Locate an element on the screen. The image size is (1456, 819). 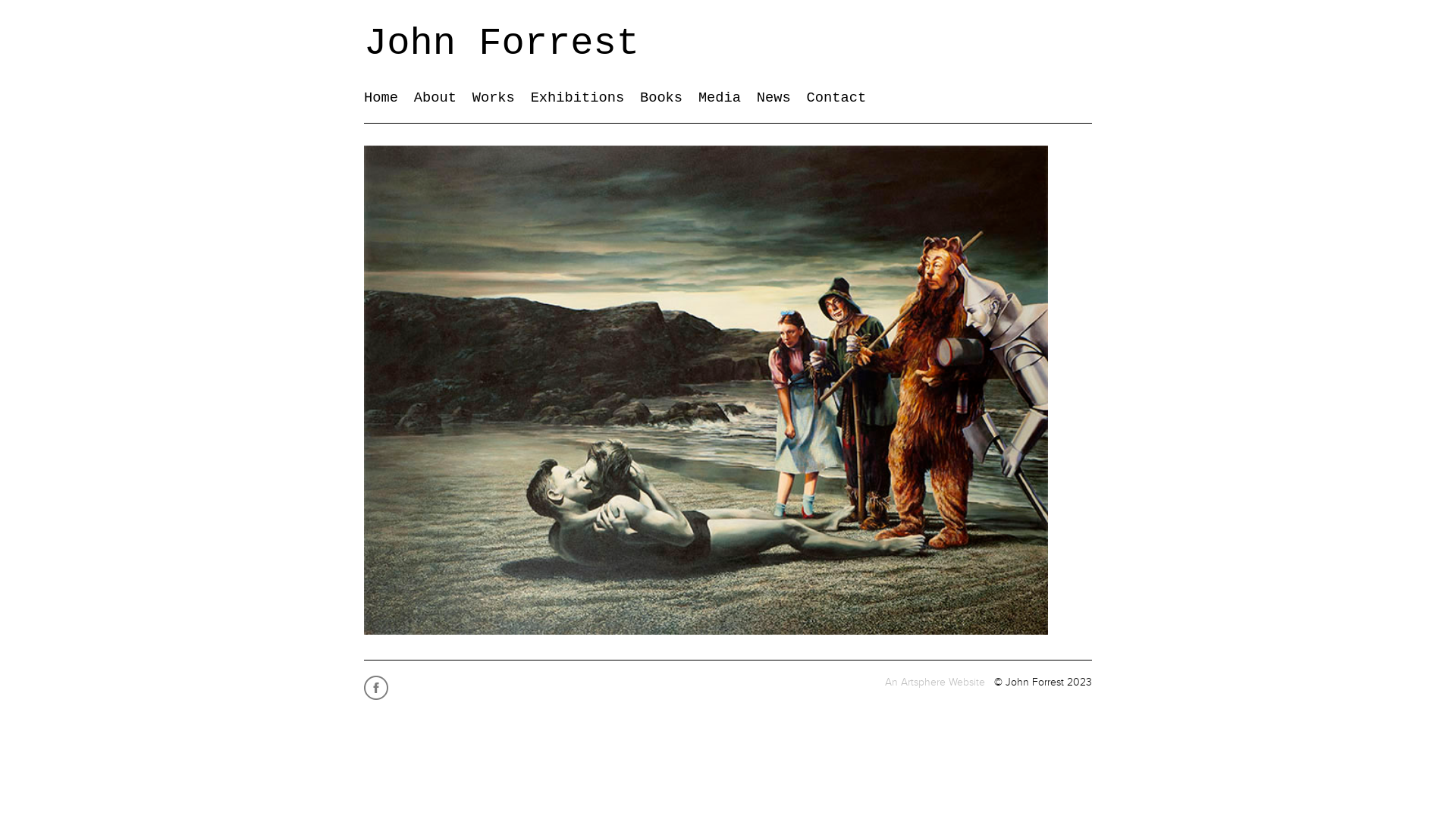
'Media' is located at coordinates (698, 97).